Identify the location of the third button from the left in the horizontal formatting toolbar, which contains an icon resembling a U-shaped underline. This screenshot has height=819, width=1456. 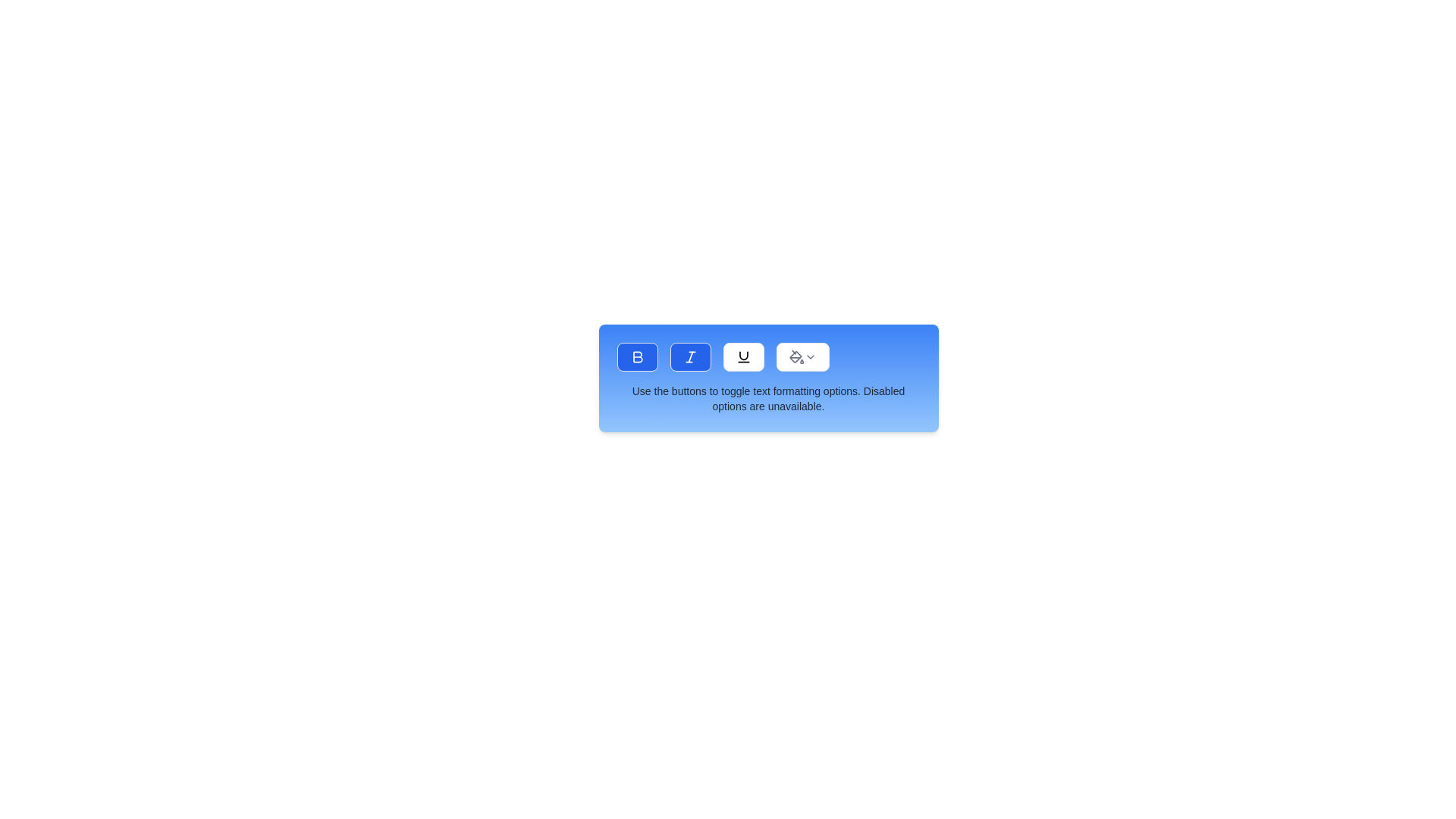
(743, 356).